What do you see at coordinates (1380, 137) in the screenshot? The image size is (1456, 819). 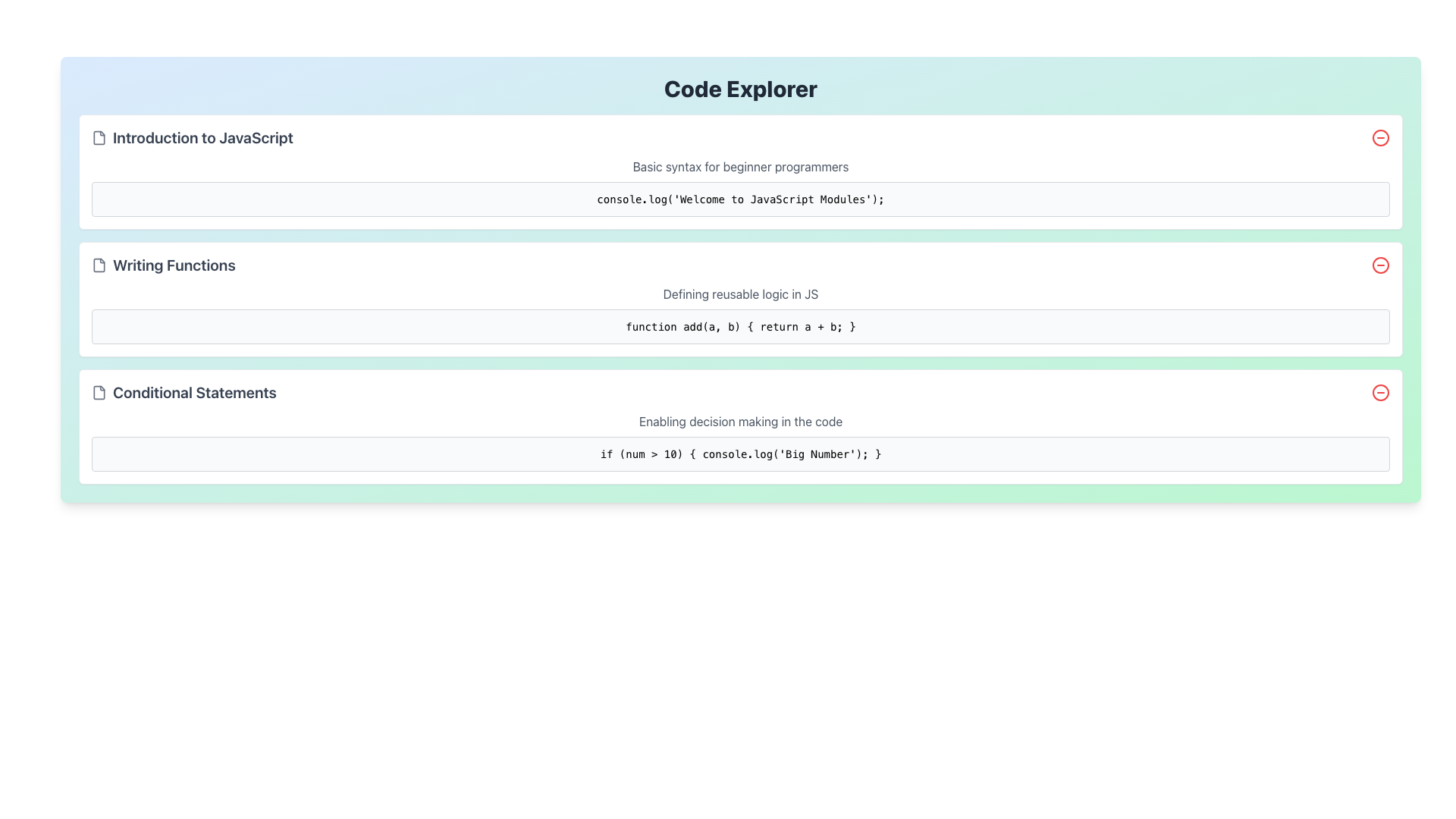 I see `the rightmost button in the 'Introduction to JavaScript' section` at bounding box center [1380, 137].